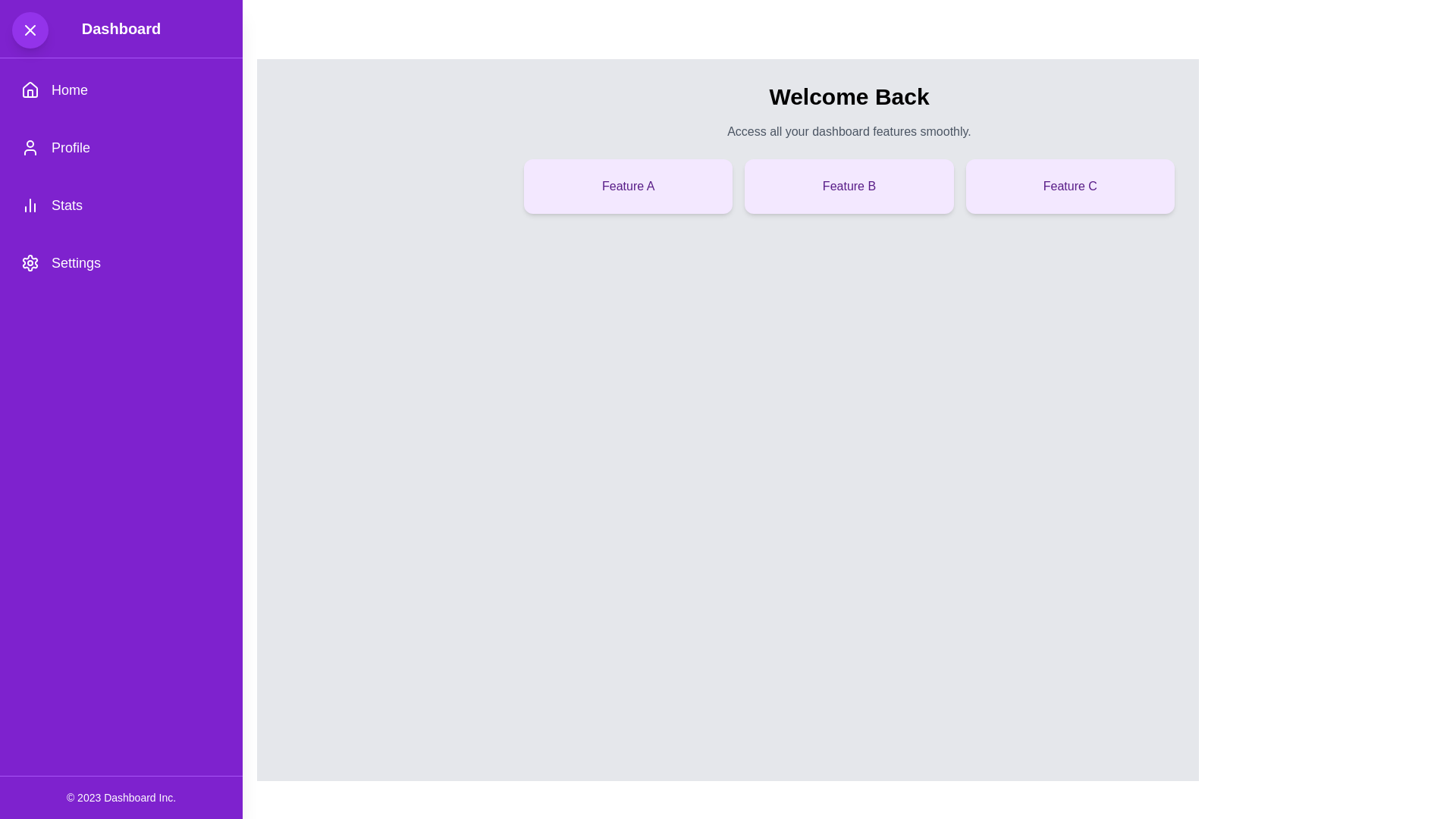 Image resolution: width=1456 pixels, height=819 pixels. Describe the element at coordinates (55, 148) in the screenshot. I see `the 'Profile' menu item` at that location.